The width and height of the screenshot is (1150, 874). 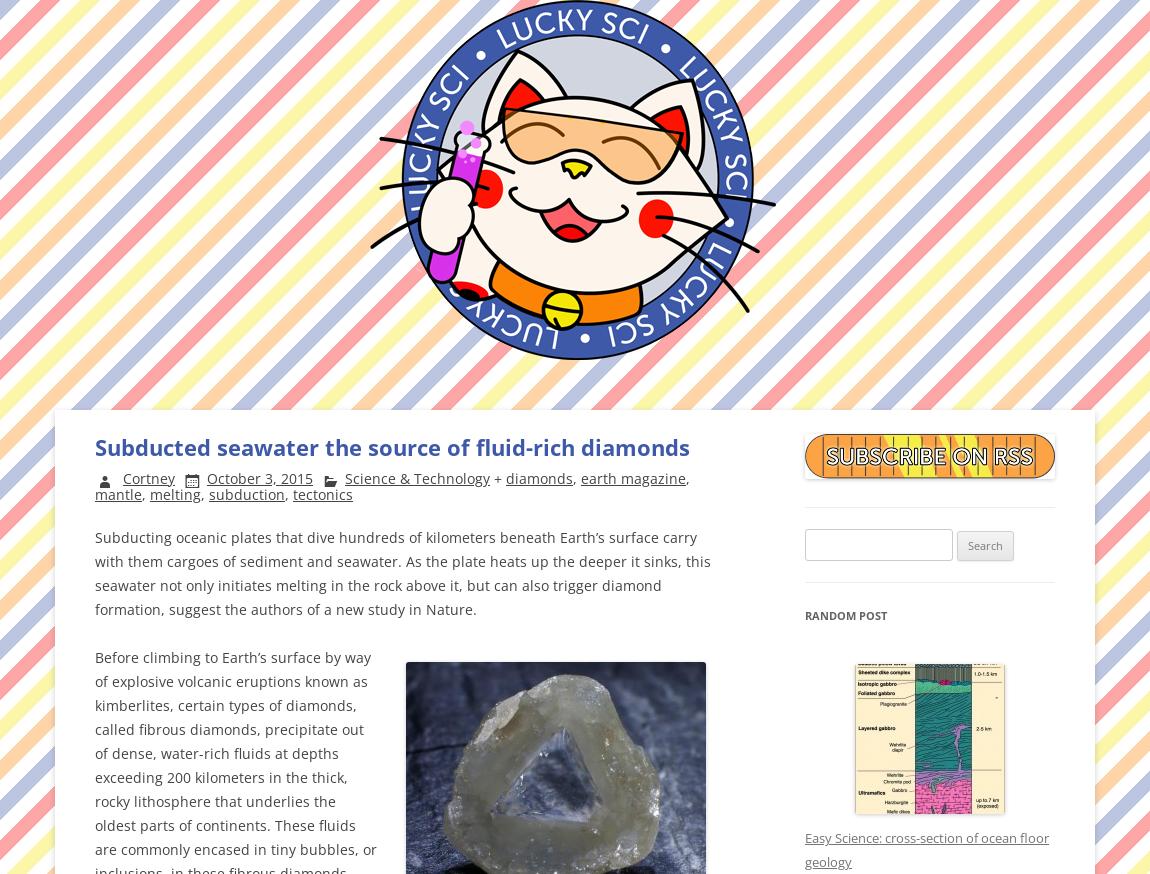 What do you see at coordinates (539, 476) in the screenshot?
I see `'diamonds'` at bounding box center [539, 476].